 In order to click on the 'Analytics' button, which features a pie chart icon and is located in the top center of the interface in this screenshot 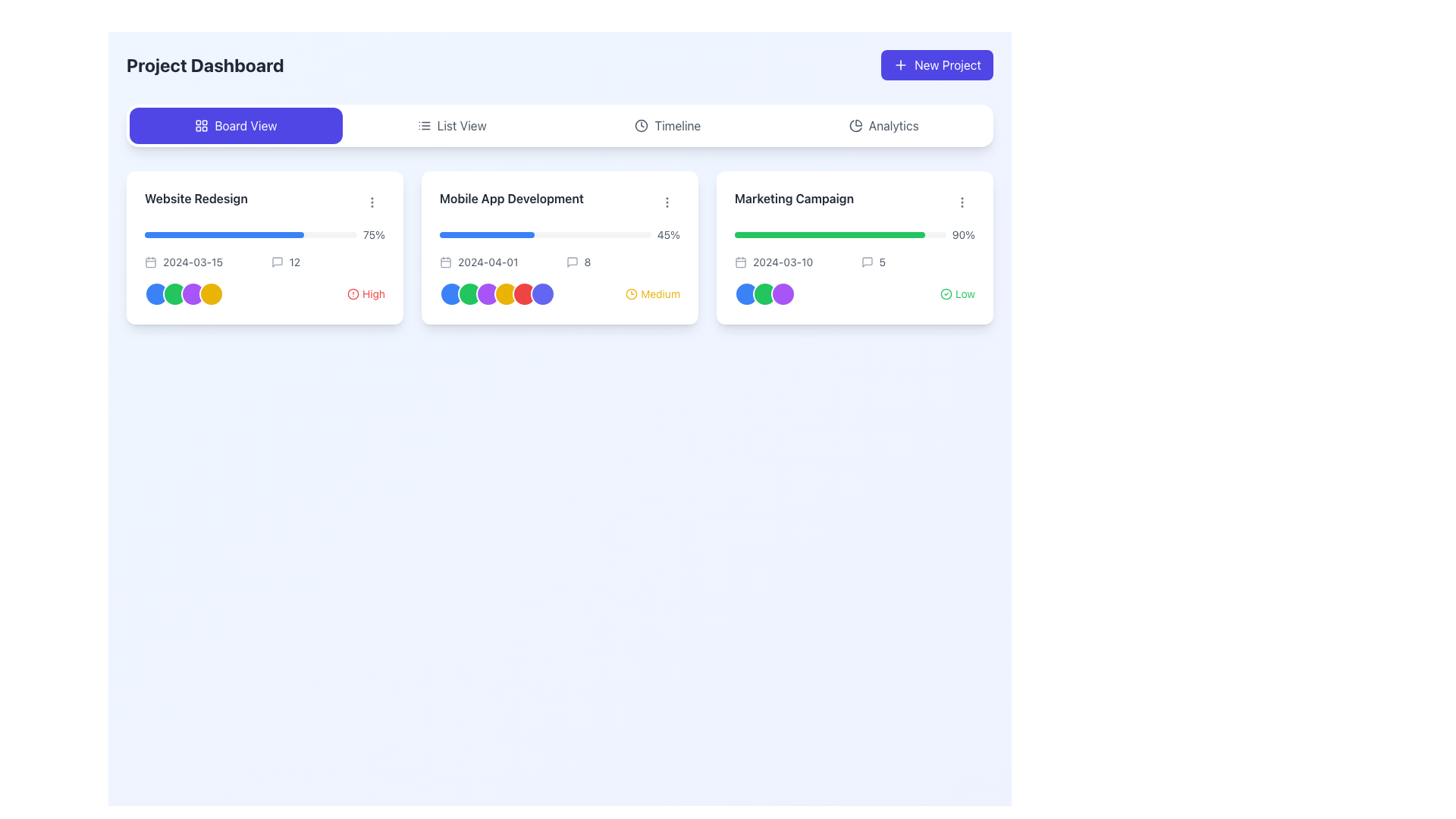, I will do `click(883, 124)`.